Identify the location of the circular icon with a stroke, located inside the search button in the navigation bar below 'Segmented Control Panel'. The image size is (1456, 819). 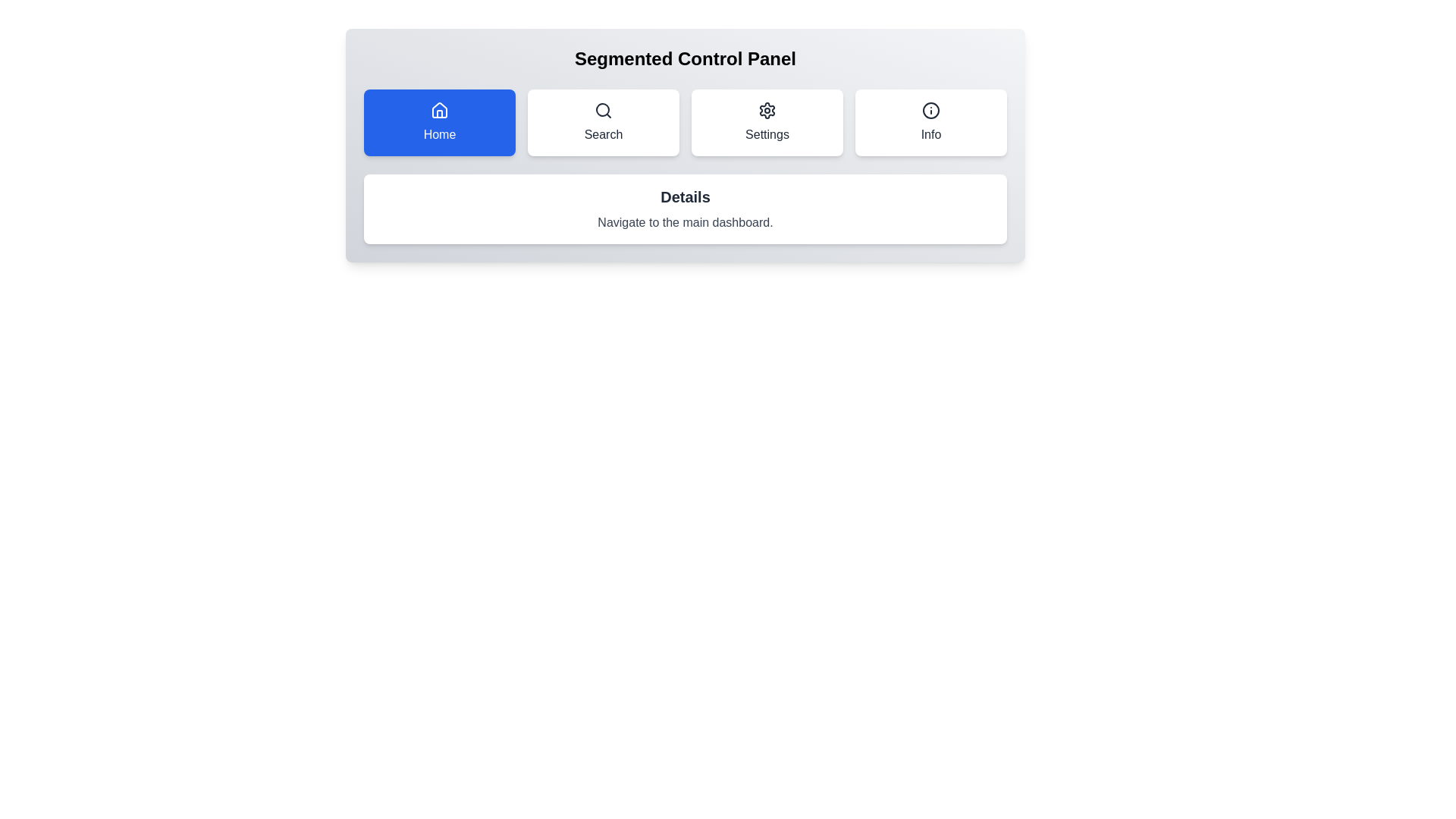
(602, 109).